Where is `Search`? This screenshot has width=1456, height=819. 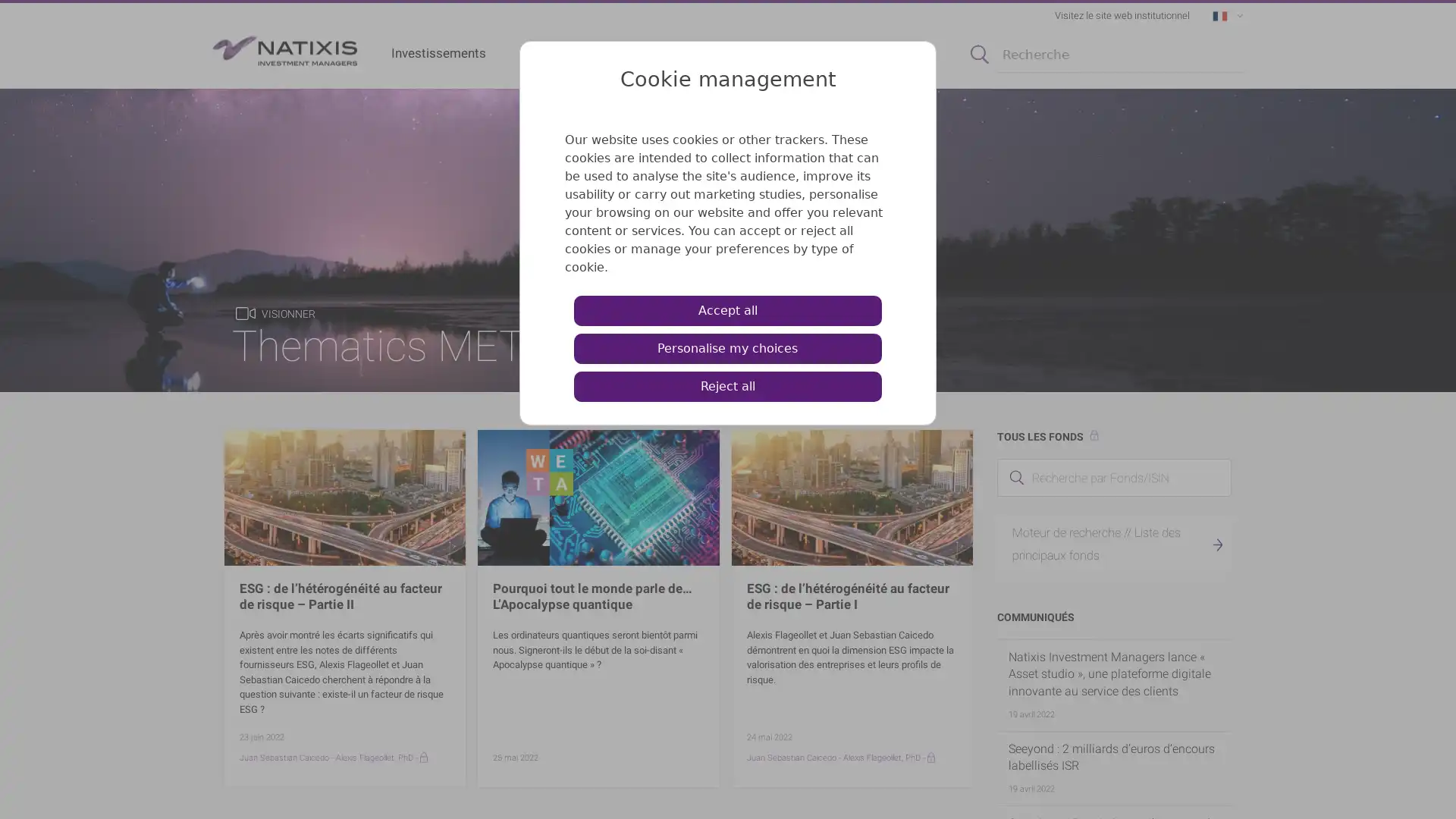
Search is located at coordinates (979, 54).